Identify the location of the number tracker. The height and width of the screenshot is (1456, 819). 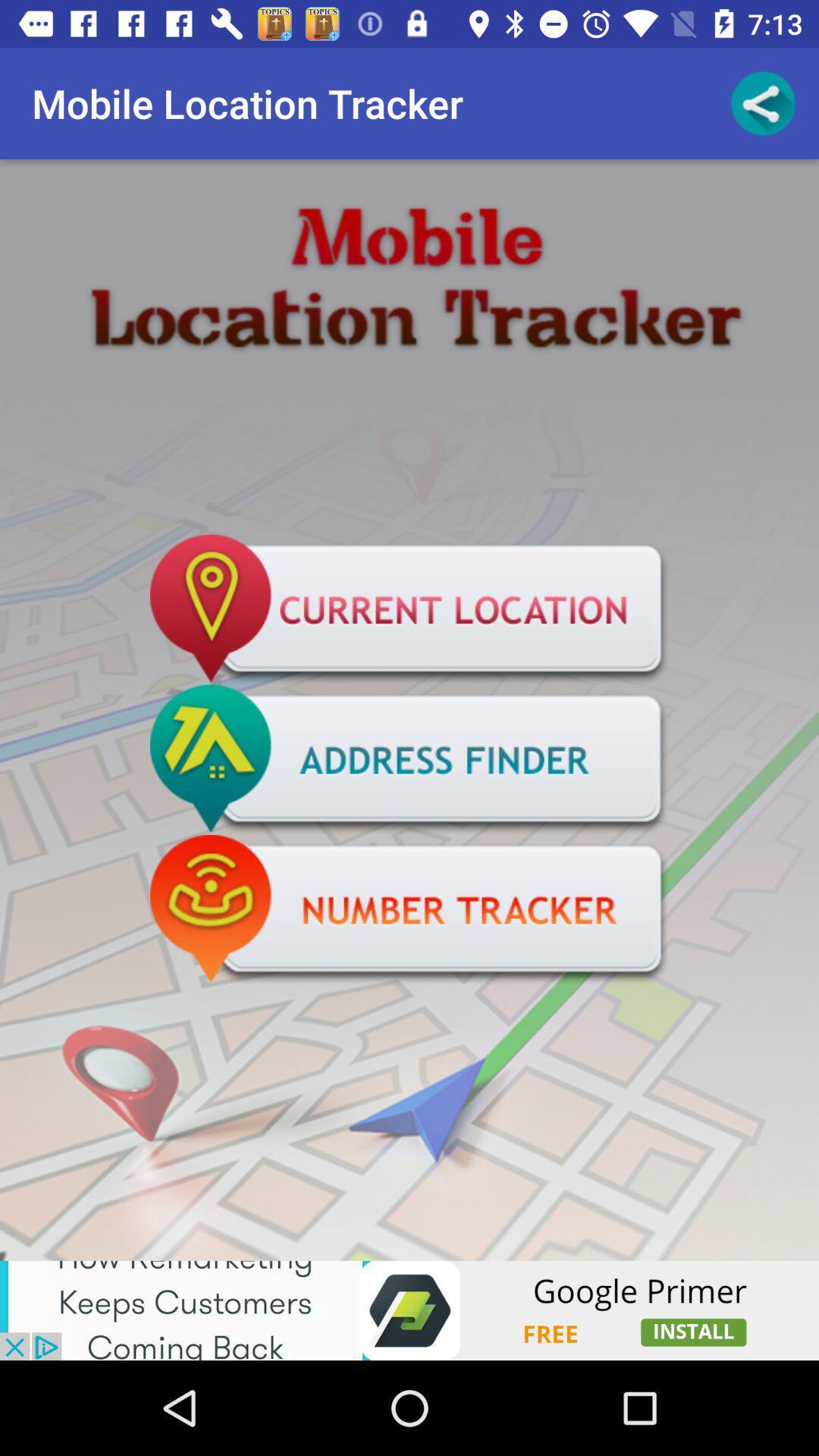
(409, 910).